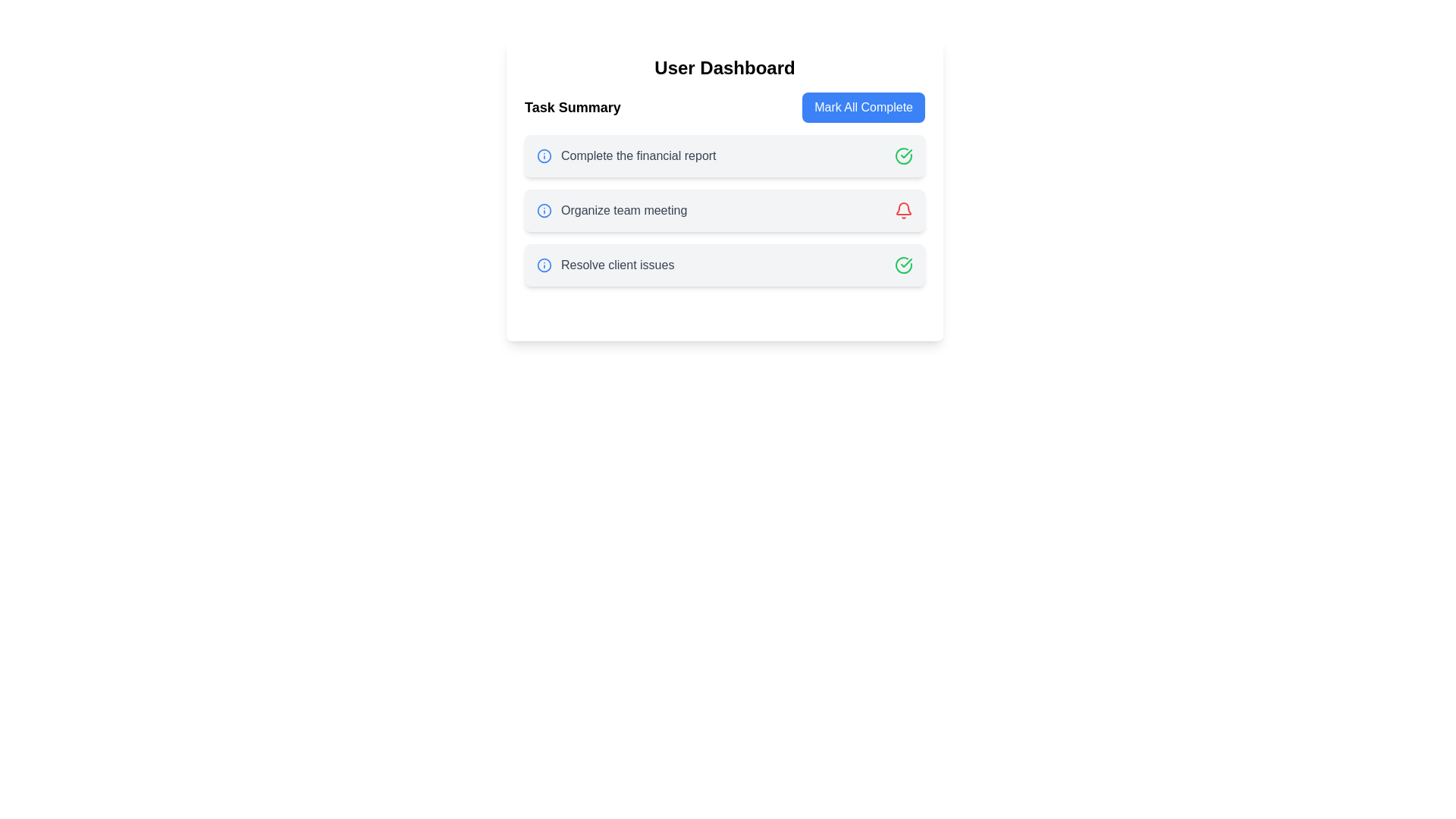  Describe the element at coordinates (723, 210) in the screenshot. I see `the second task item panel in the task list` at that location.